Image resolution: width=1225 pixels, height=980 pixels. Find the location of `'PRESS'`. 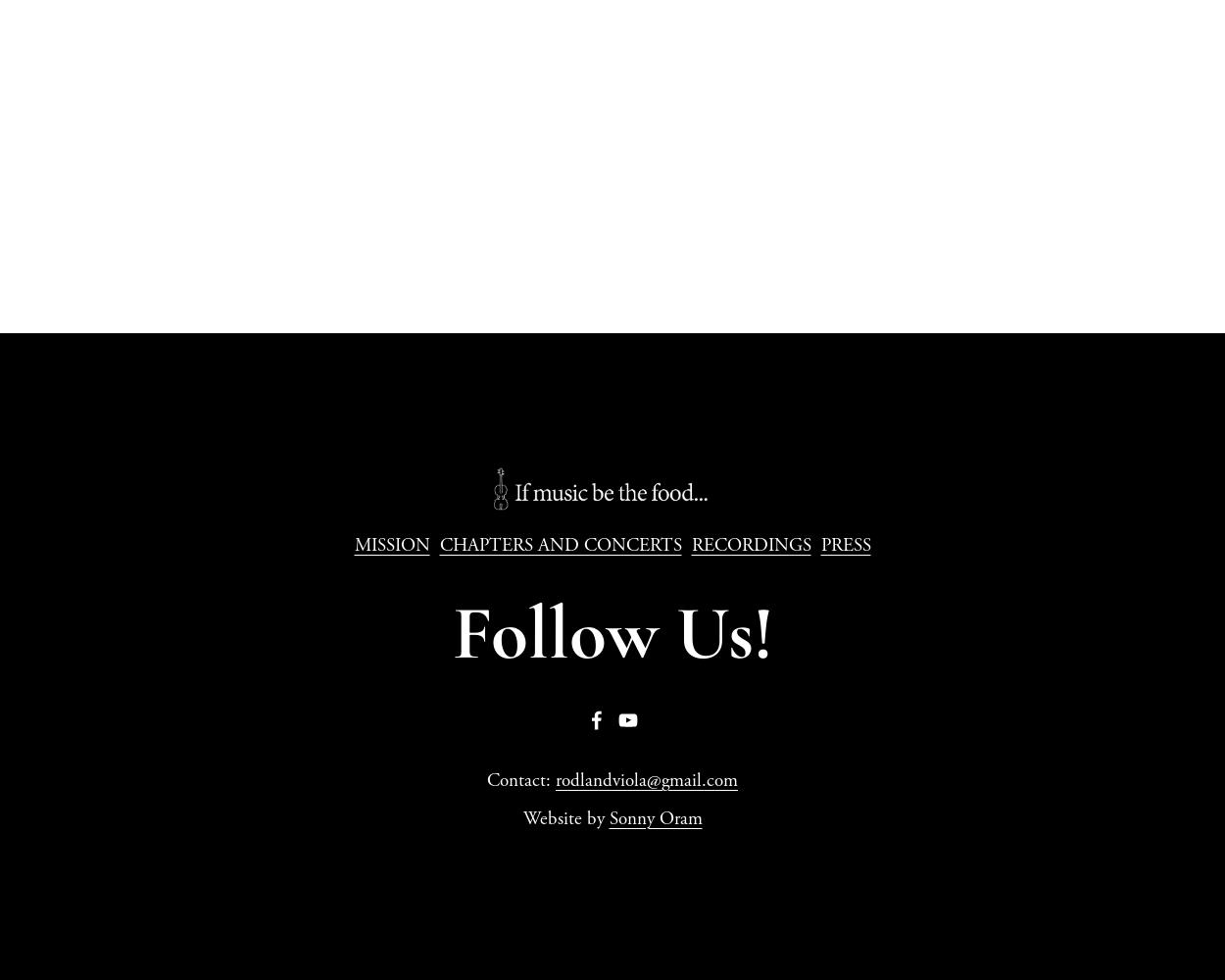

'PRESS' is located at coordinates (844, 545).